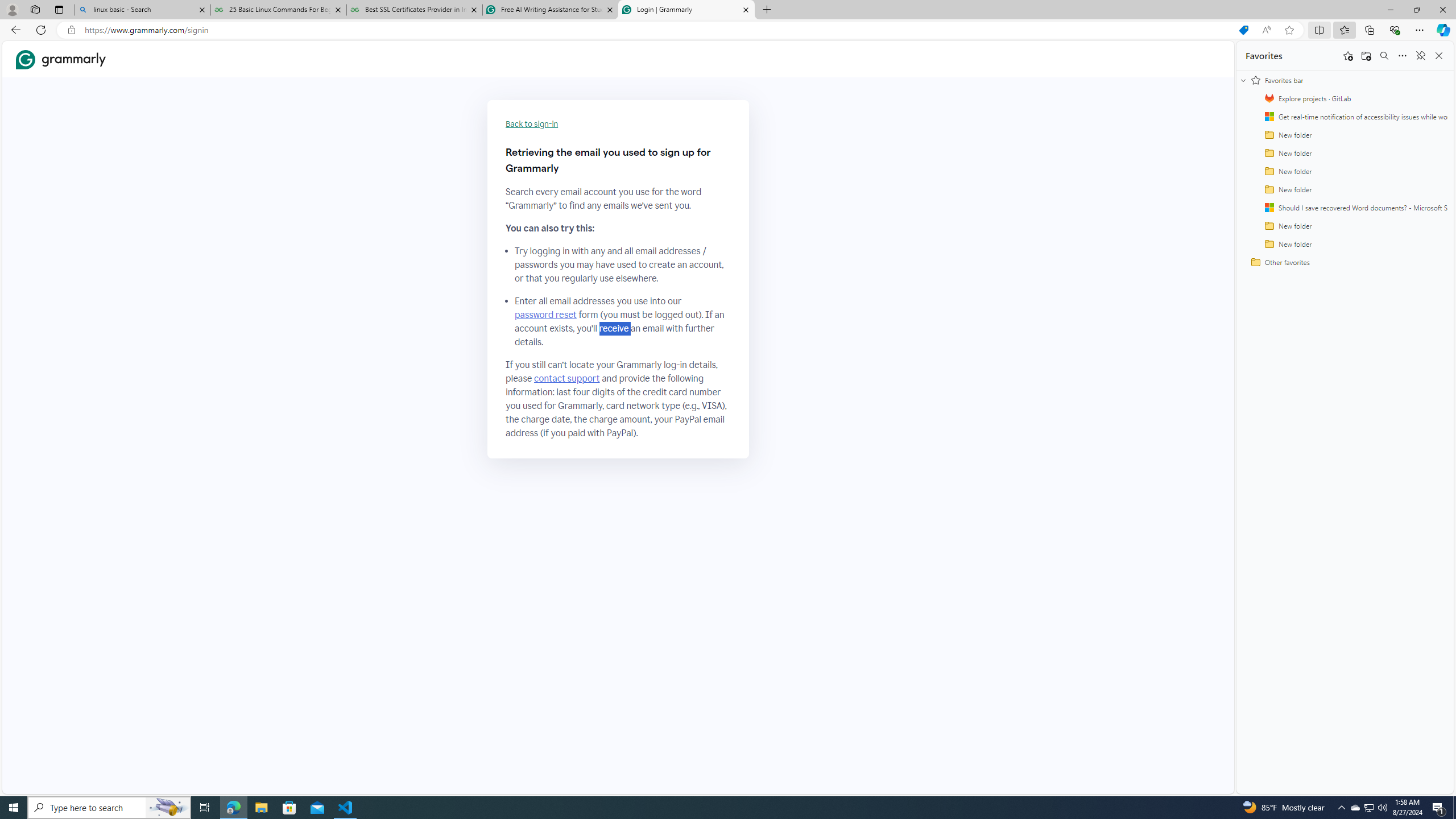  Describe the element at coordinates (60, 59) in the screenshot. I see `'Grammarly Home'` at that location.